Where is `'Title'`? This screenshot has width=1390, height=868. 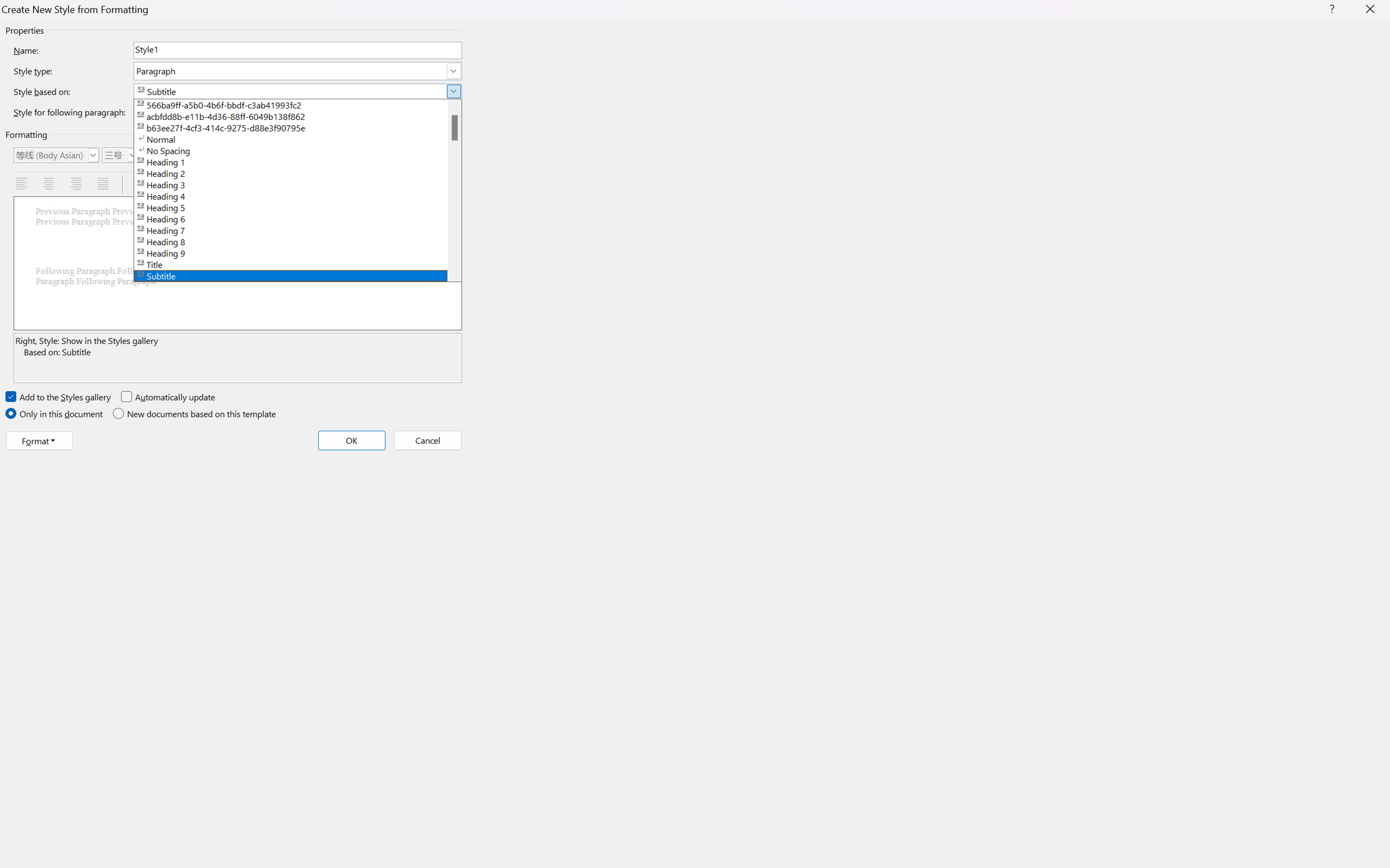 'Title' is located at coordinates (296, 263).